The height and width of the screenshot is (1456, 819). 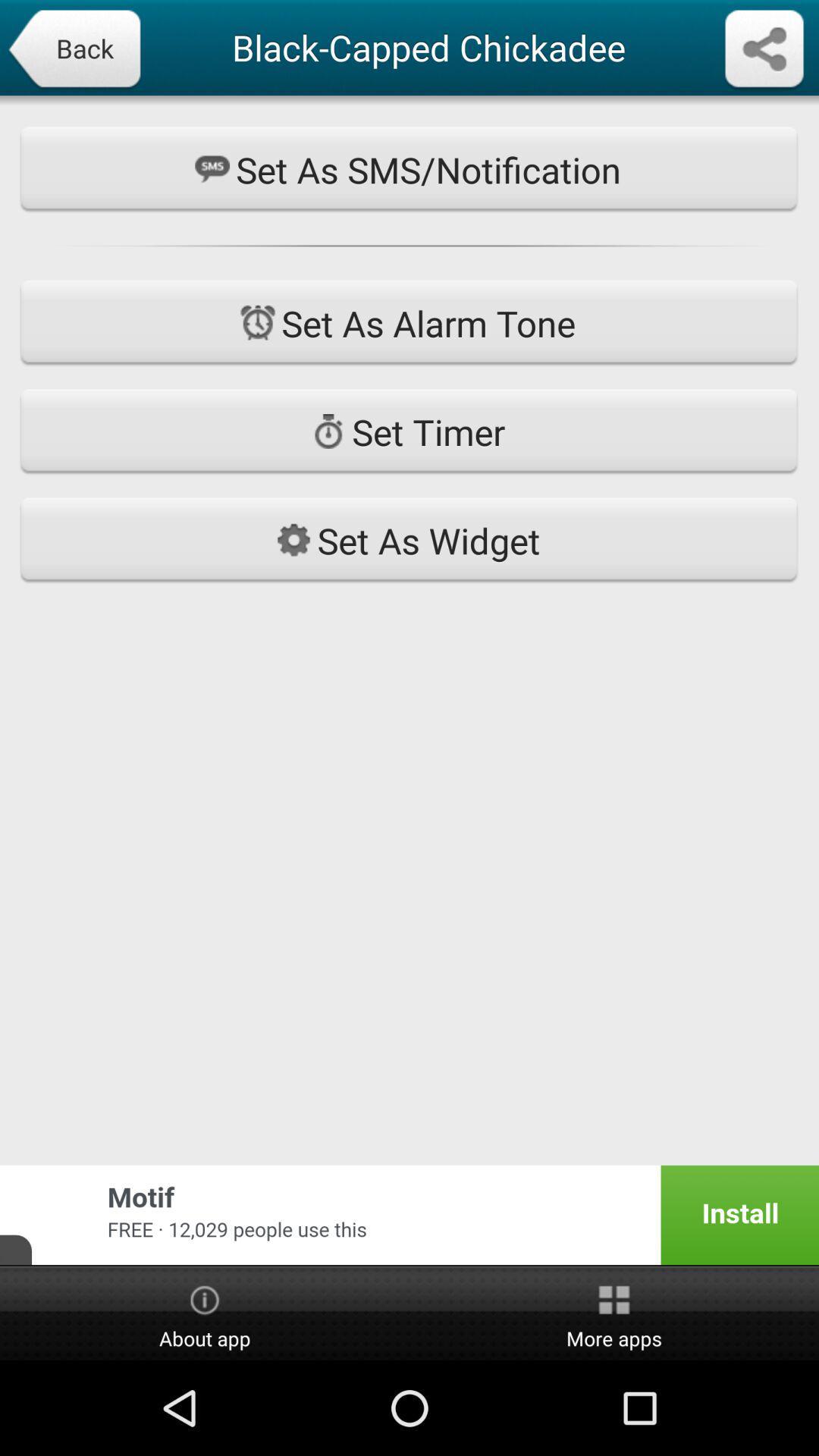 What do you see at coordinates (205, 1313) in the screenshot?
I see `about app button` at bounding box center [205, 1313].